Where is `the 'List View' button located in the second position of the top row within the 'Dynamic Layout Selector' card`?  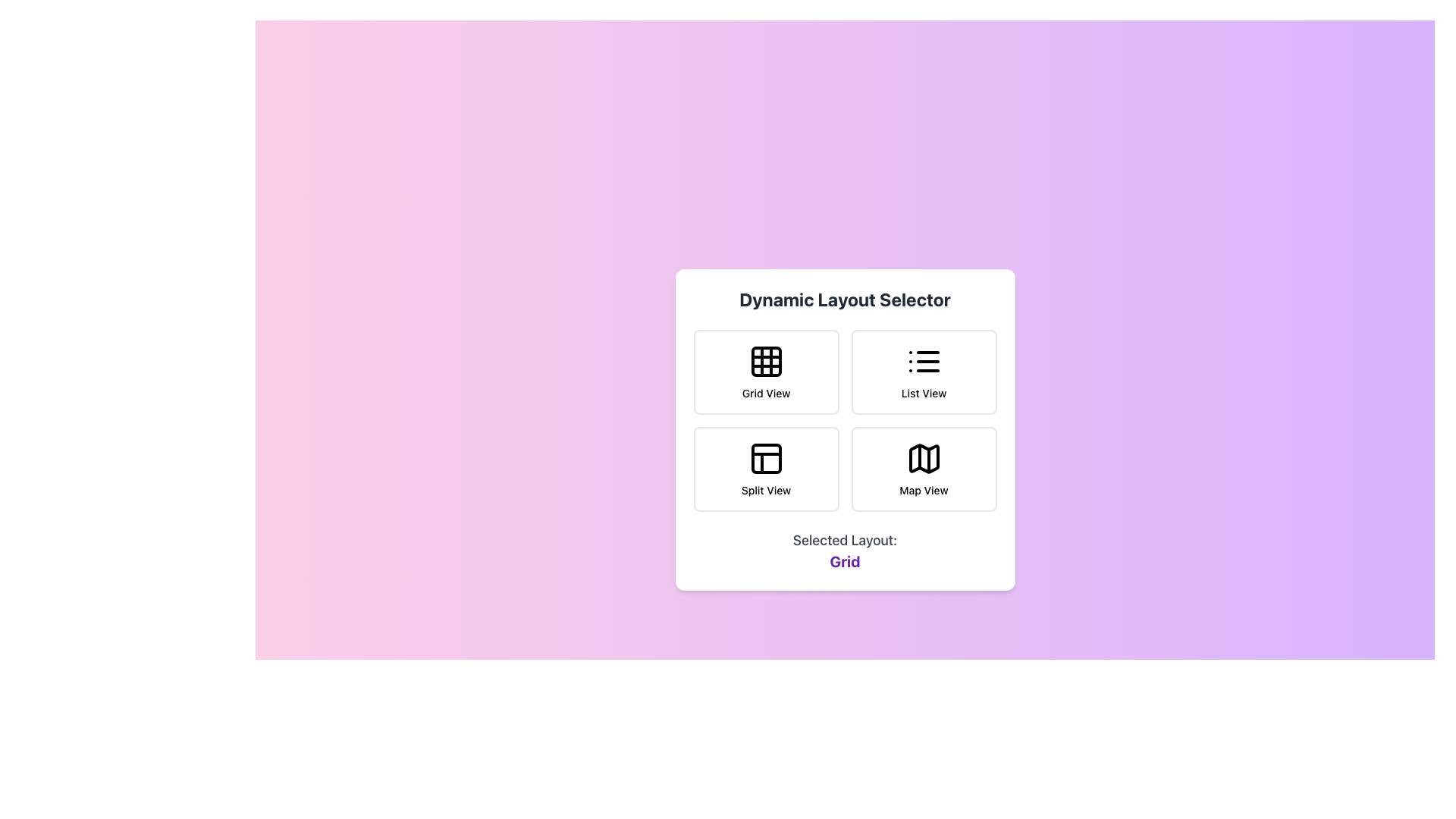
the 'List View' button located in the second position of the top row within the 'Dynamic Layout Selector' card is located at coordinates (923, 372).